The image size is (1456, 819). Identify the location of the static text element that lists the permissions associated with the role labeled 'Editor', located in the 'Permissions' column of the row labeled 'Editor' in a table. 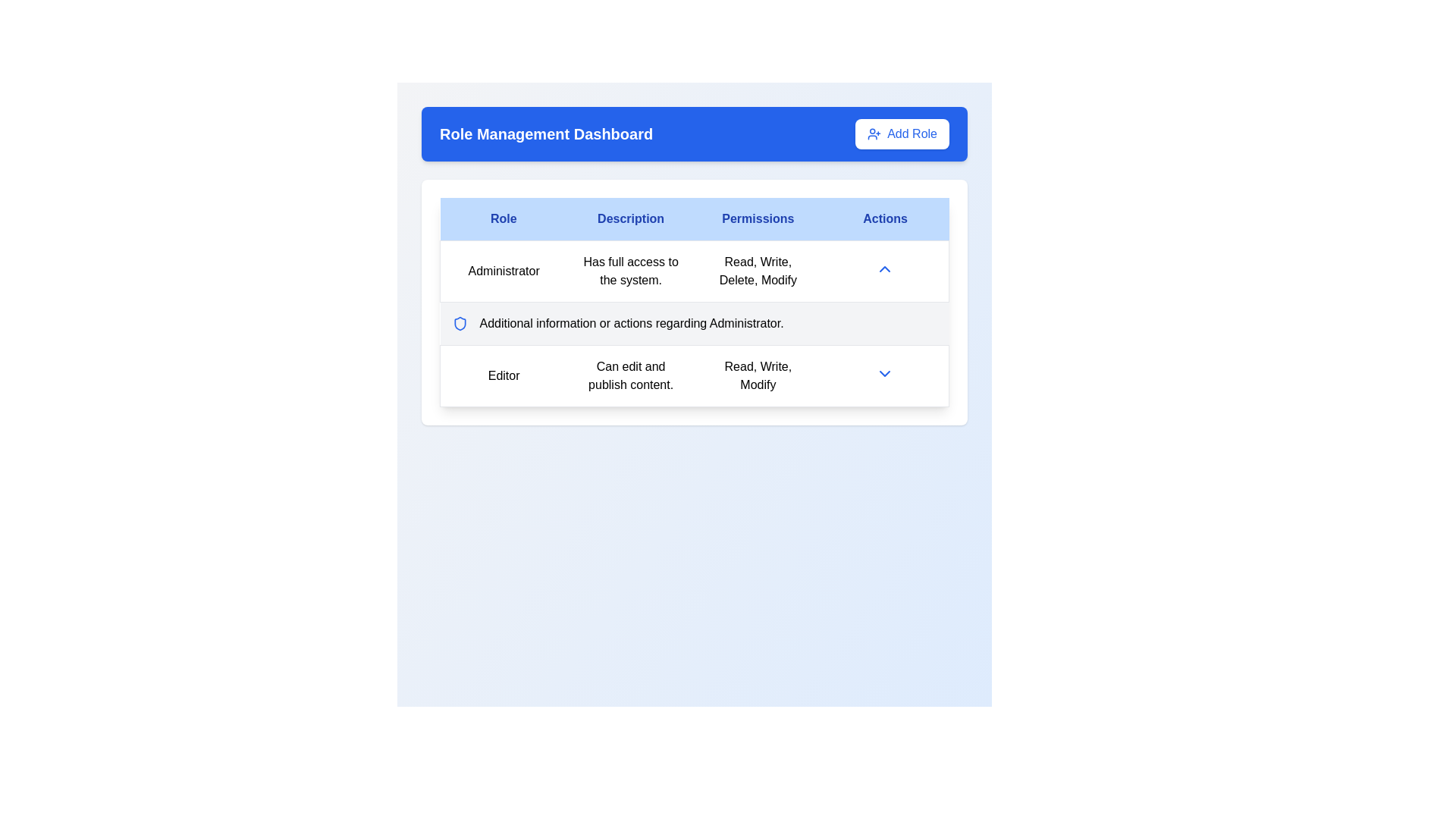
(758, 375).